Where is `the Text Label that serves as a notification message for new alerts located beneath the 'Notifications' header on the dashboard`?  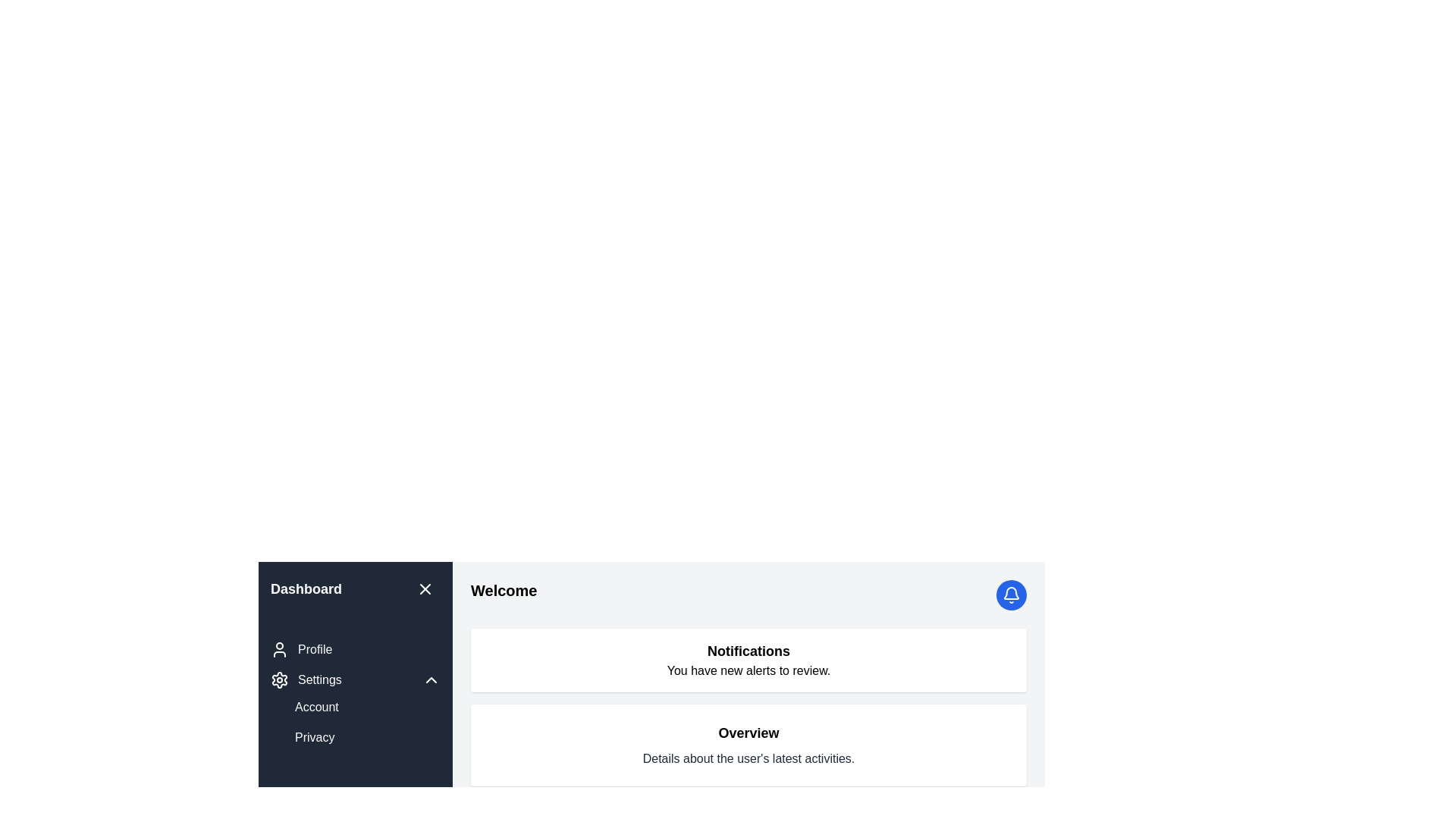
the Text Label that serves as a notification message for new alerts located beneath the 'Notifications' header on the dashboard is located at coordinates (748, 670).